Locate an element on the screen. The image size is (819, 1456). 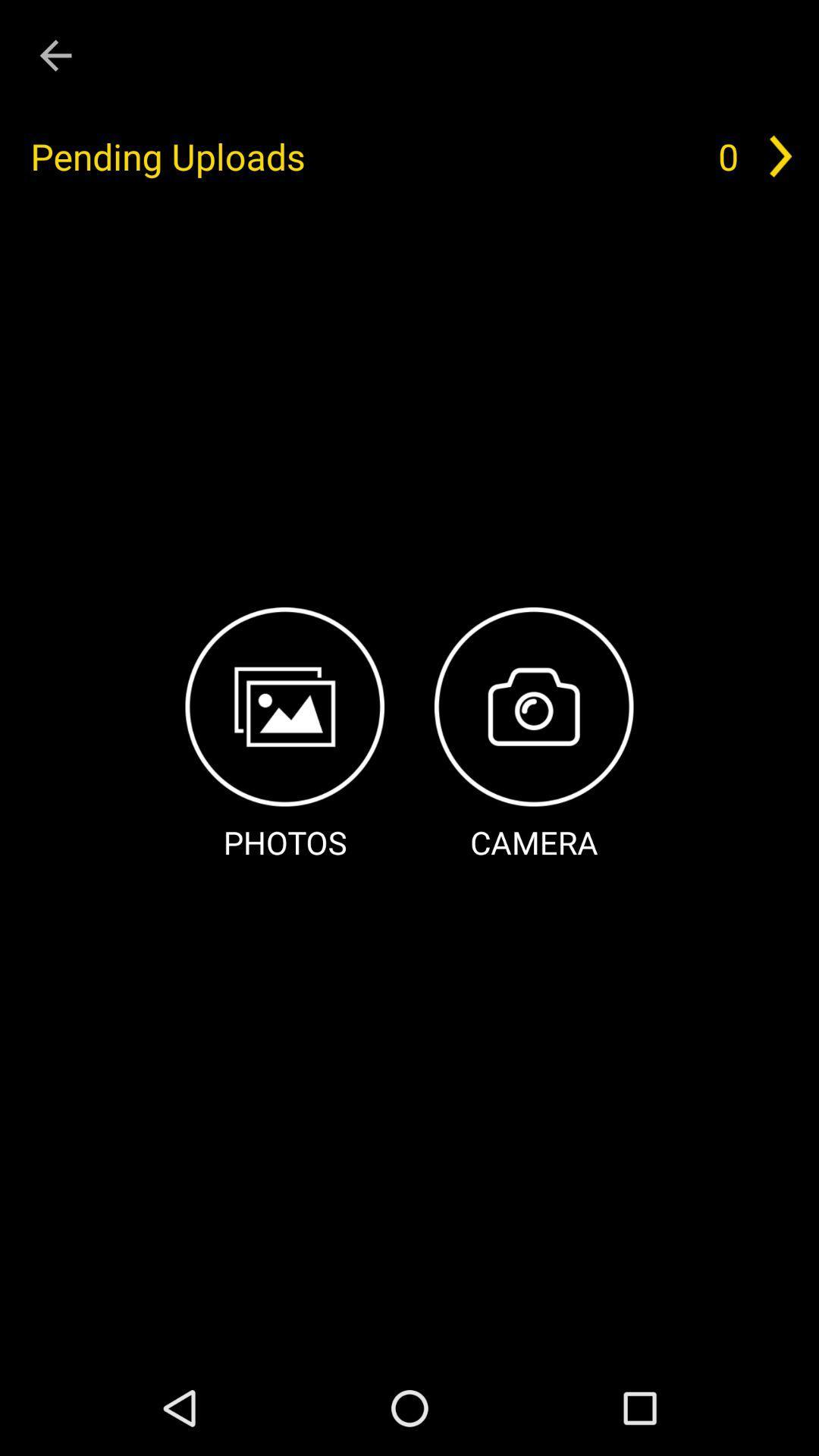
the 0 is located at coordinates (727, 156).